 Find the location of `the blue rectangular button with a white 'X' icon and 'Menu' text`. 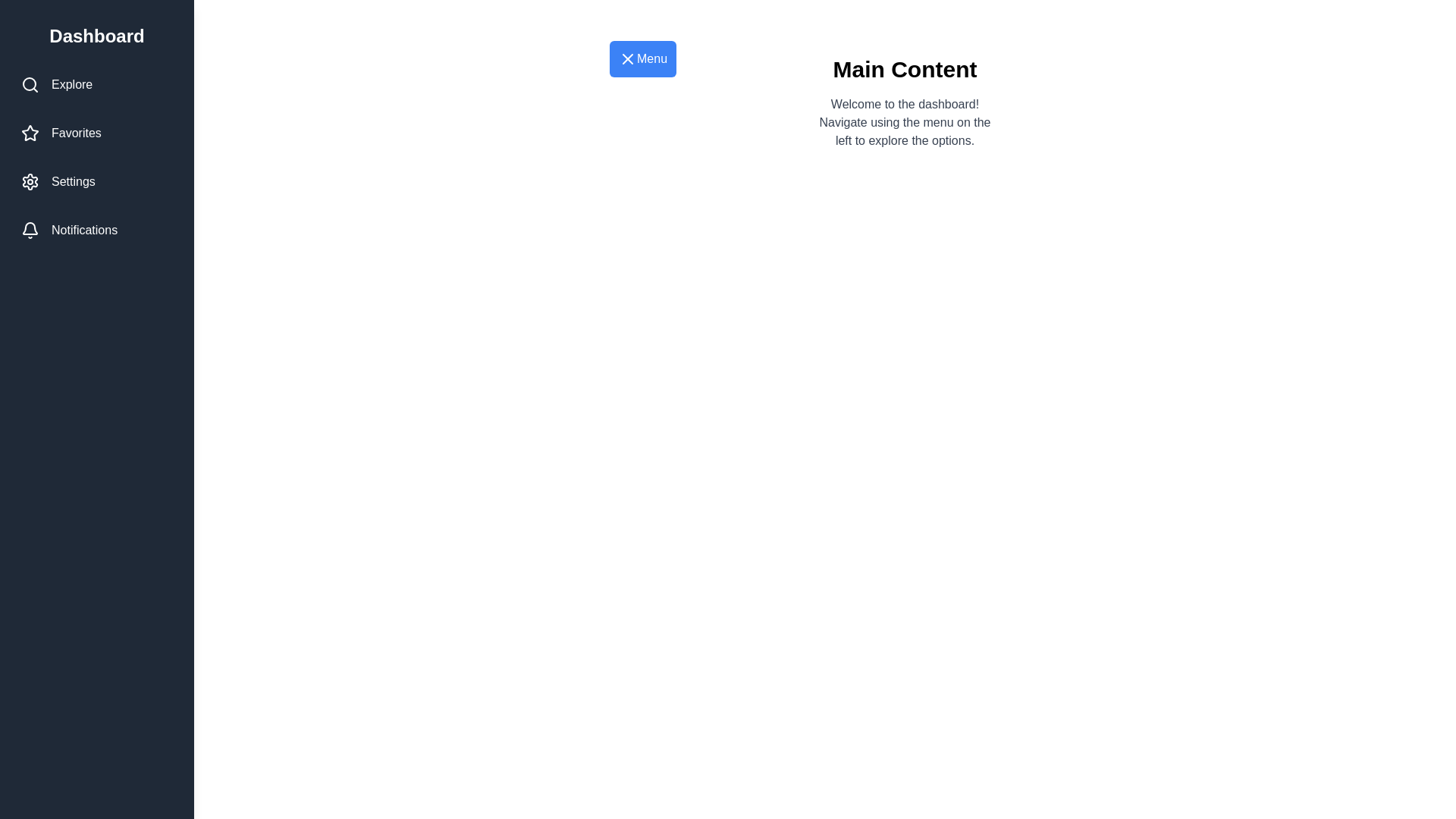

the blue rectangular button with a white 'X' icon and 'Menu' text is located at coordinates (643, 58).